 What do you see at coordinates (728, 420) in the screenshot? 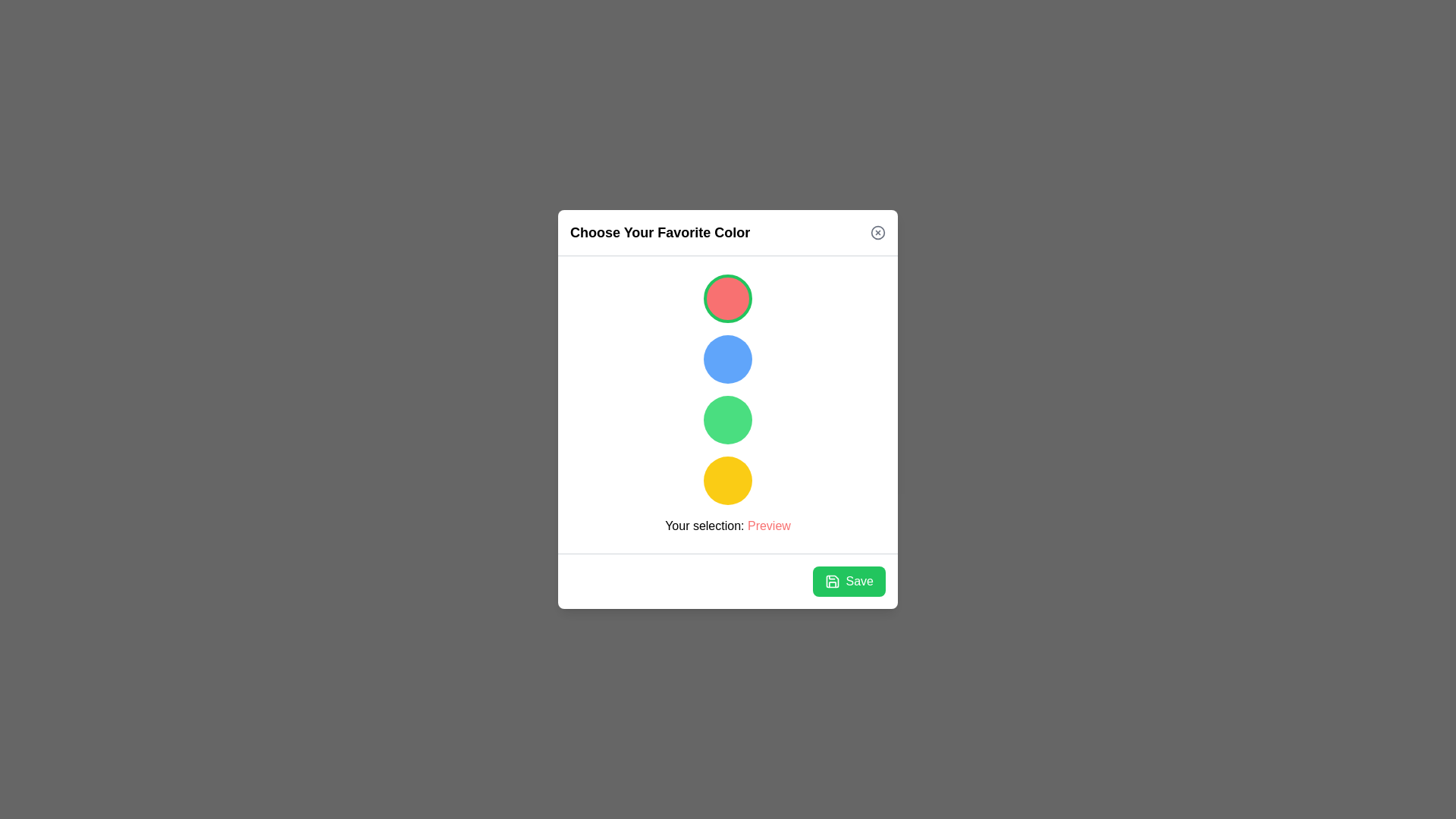
I see `the color circle corresponding to green` at bounding box center [728, 420].